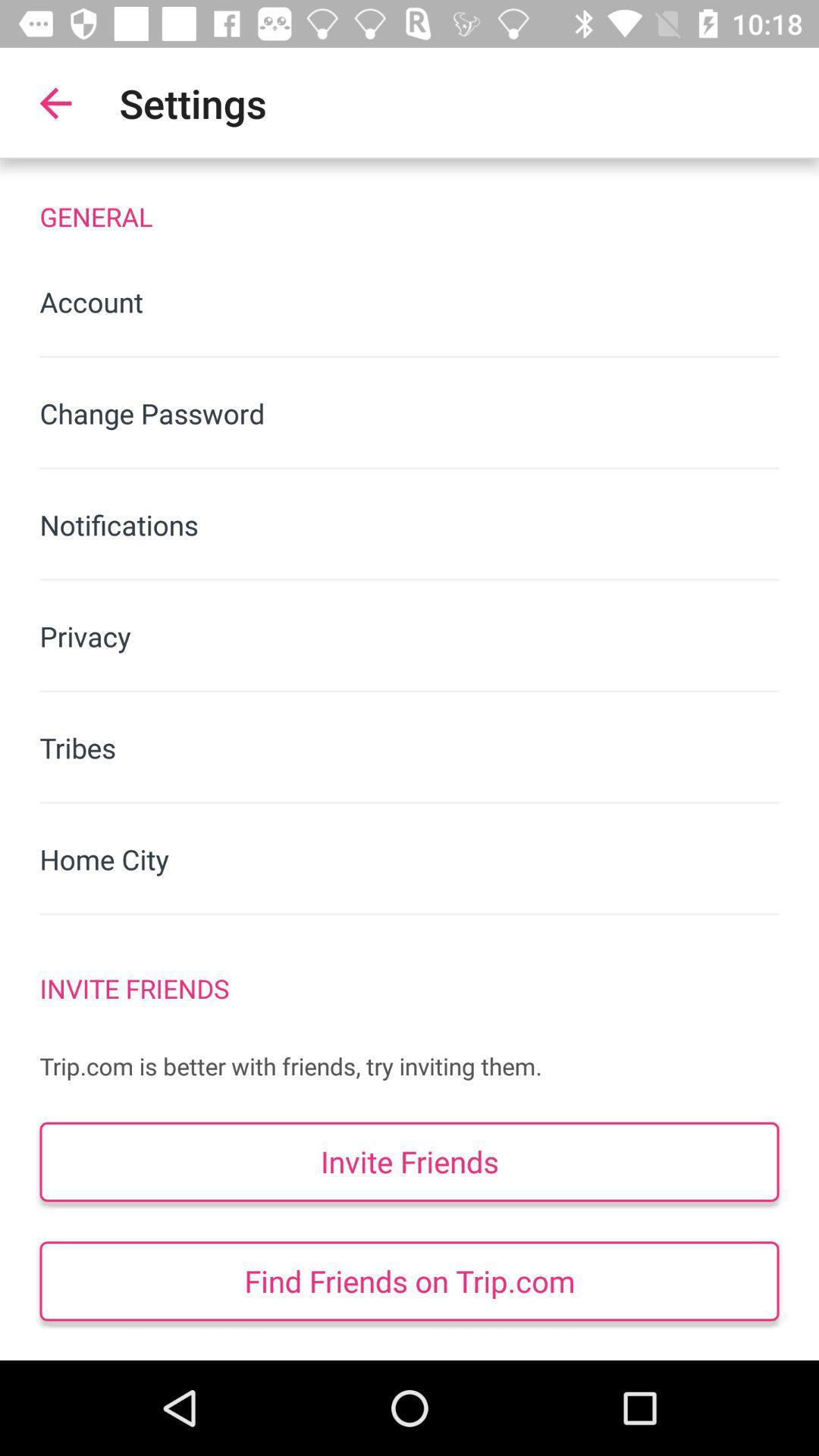  Describe the element at coordinates (55, 102) in the screenshot. I see `item next to settings item` at that location.